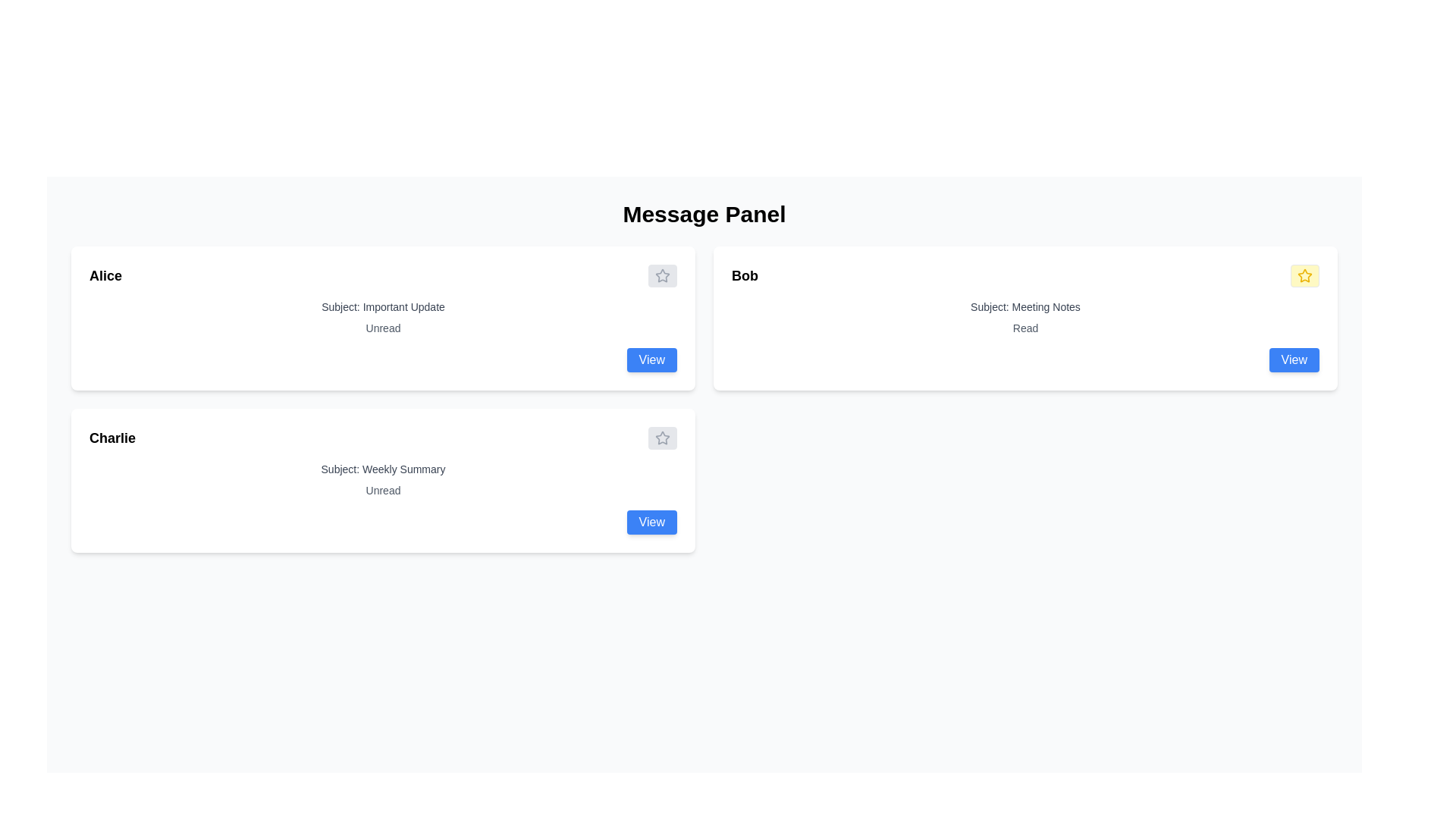 This screenshot has height=819, width=1456. Describe the element at coordinates (383, 468) in the screenshot. I see `the static text label that provides an overview of the message subject, located below the sender's name 'Charlie' in the second card of the message panel layout` at that location.